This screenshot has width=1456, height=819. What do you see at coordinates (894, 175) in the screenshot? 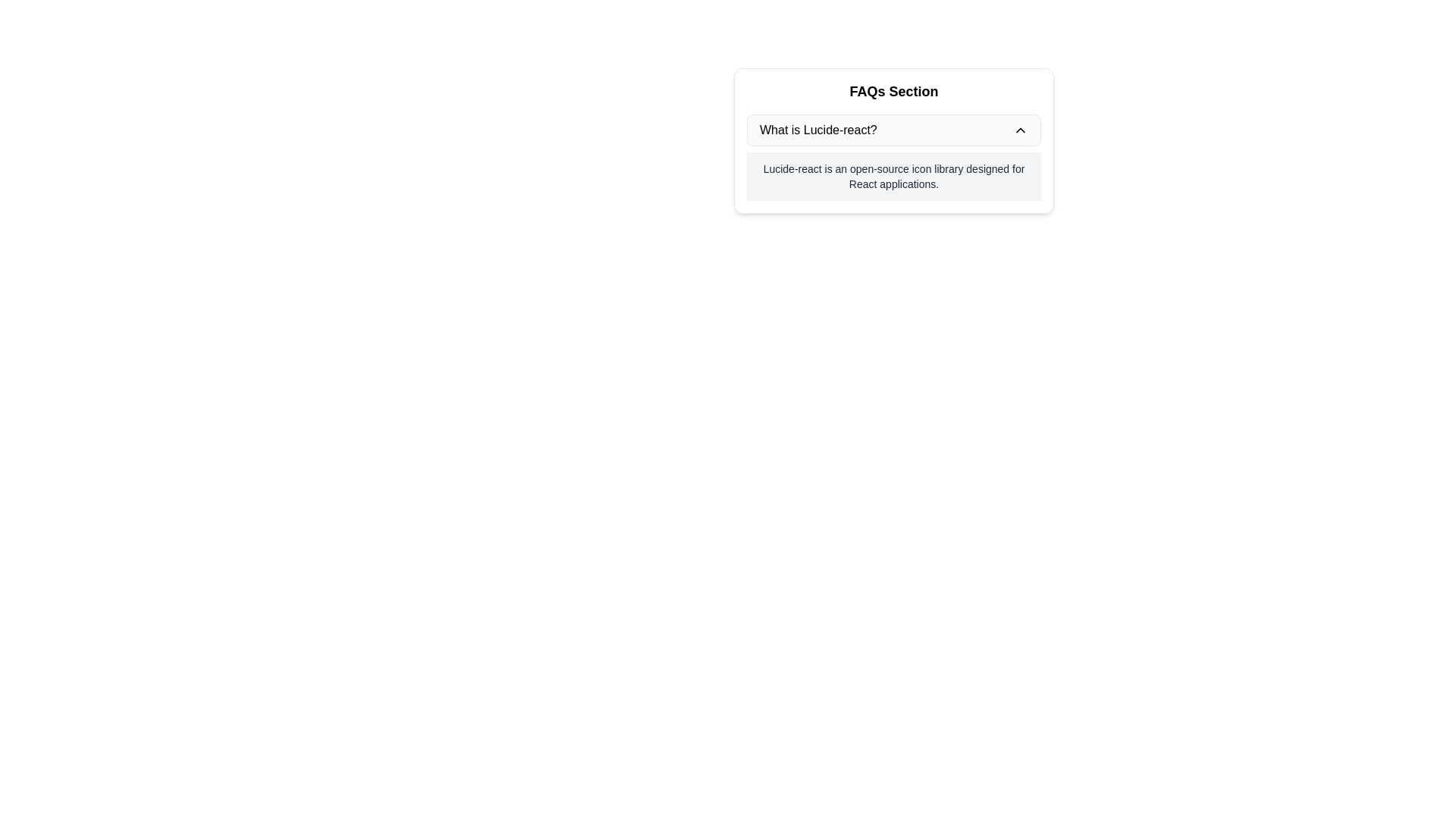
I see `the text display element that shows the statement 'Lucide-react is an open-source icon library designed for React applications.' This element is styled with a light gray background and dark gray text, located directly below the question 'What is Lucide-react?'` at bounding box center [894, 175].